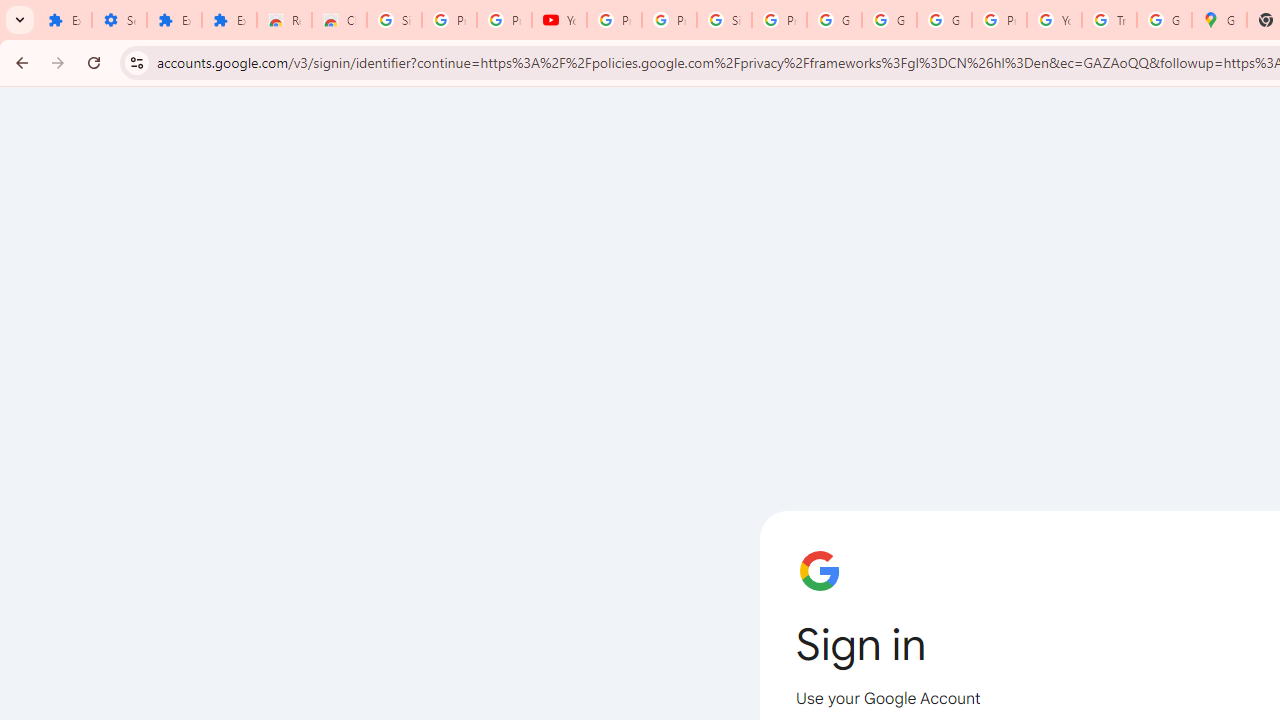  I want to click on 'Settings', so click(118, 20).